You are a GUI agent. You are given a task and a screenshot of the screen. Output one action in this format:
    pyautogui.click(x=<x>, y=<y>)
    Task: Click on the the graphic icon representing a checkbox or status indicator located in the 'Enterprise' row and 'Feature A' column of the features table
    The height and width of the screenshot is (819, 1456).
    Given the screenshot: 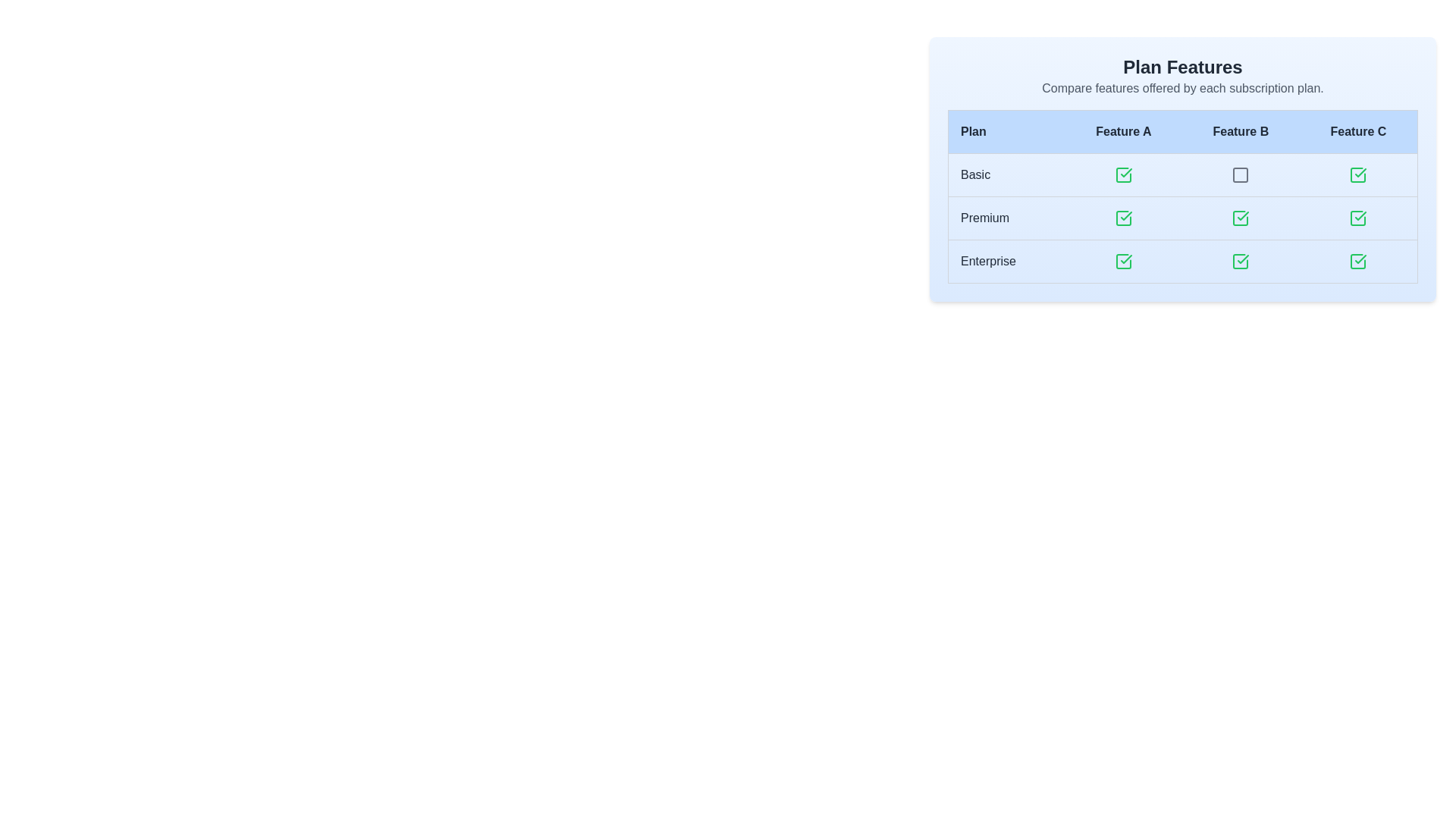 What is the action you would take?
    pyautogui.click(x=1123, y=260)
    